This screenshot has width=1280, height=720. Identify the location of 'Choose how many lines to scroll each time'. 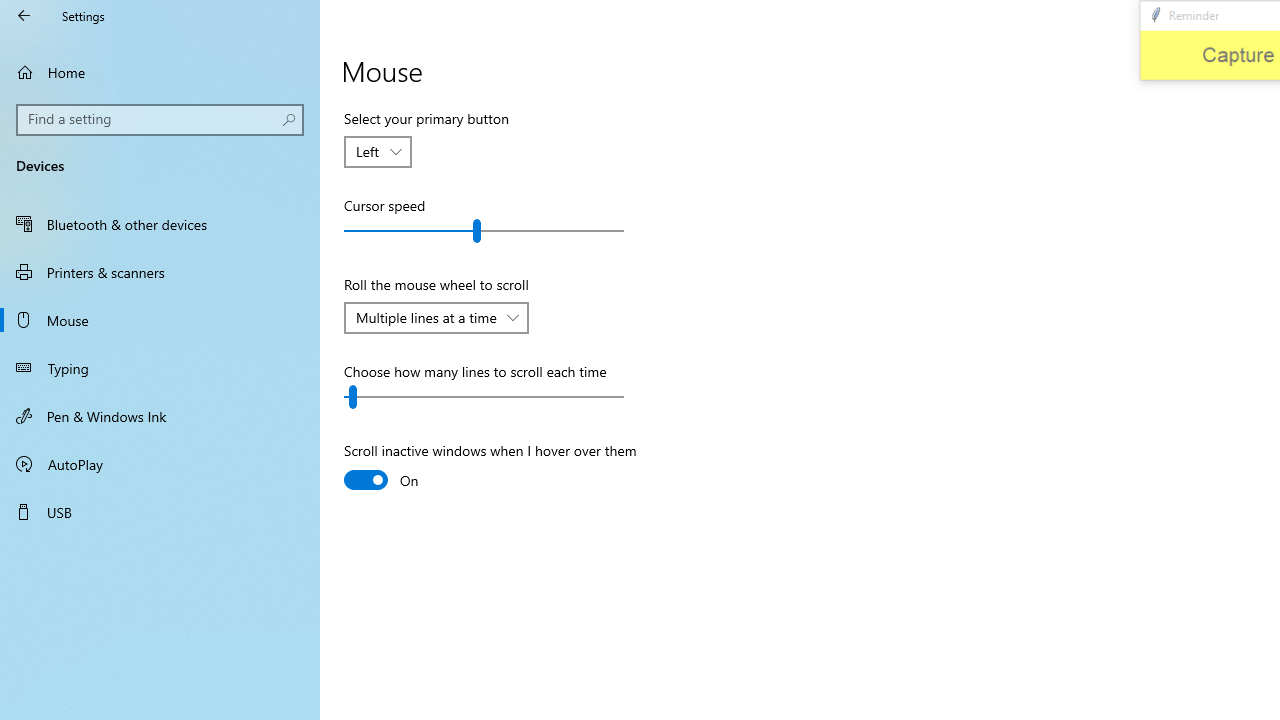
(484, 397).